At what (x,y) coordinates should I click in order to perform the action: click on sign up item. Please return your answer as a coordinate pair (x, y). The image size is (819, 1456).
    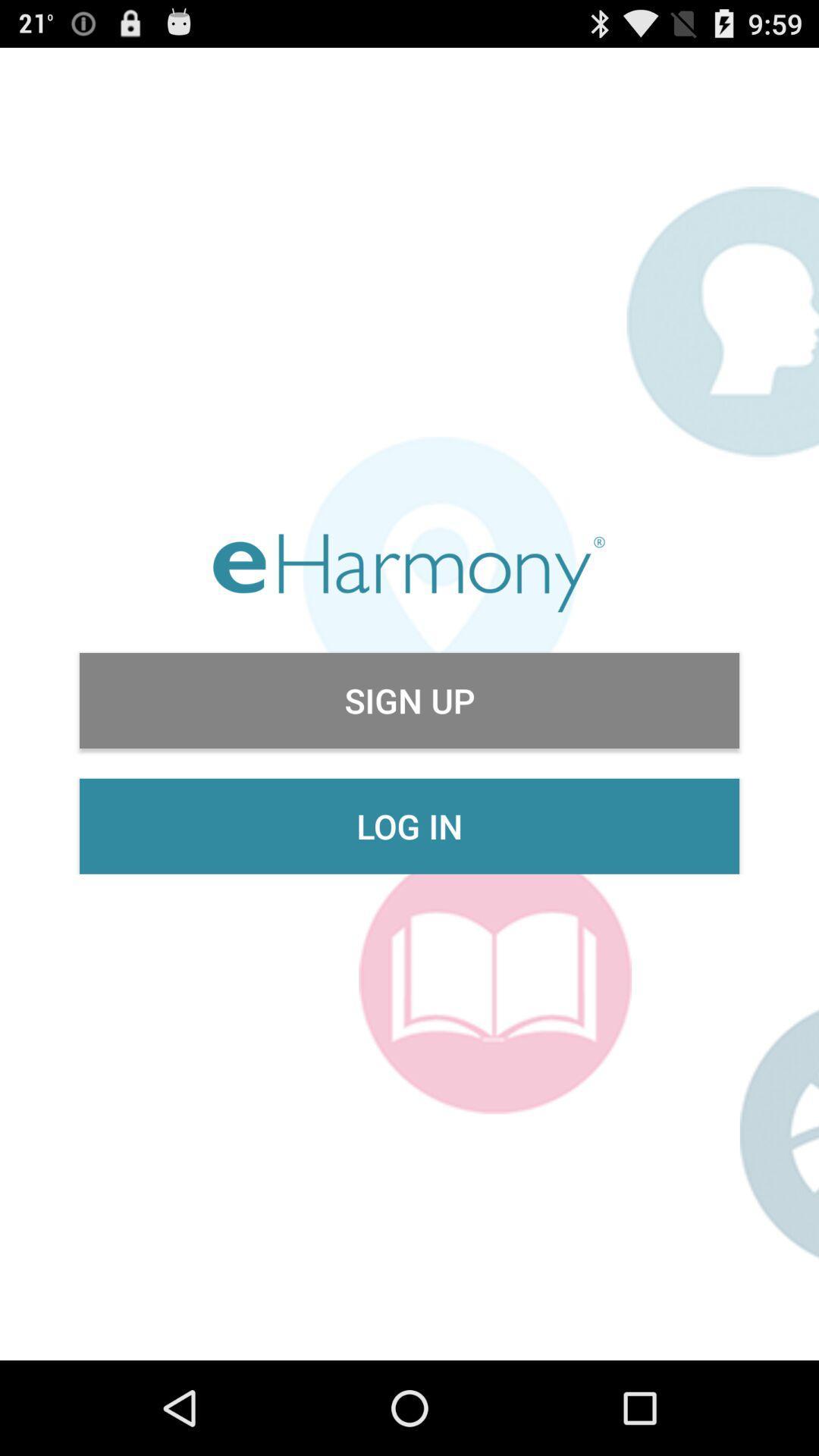
    Looking at the image, I should click on (409, 700).